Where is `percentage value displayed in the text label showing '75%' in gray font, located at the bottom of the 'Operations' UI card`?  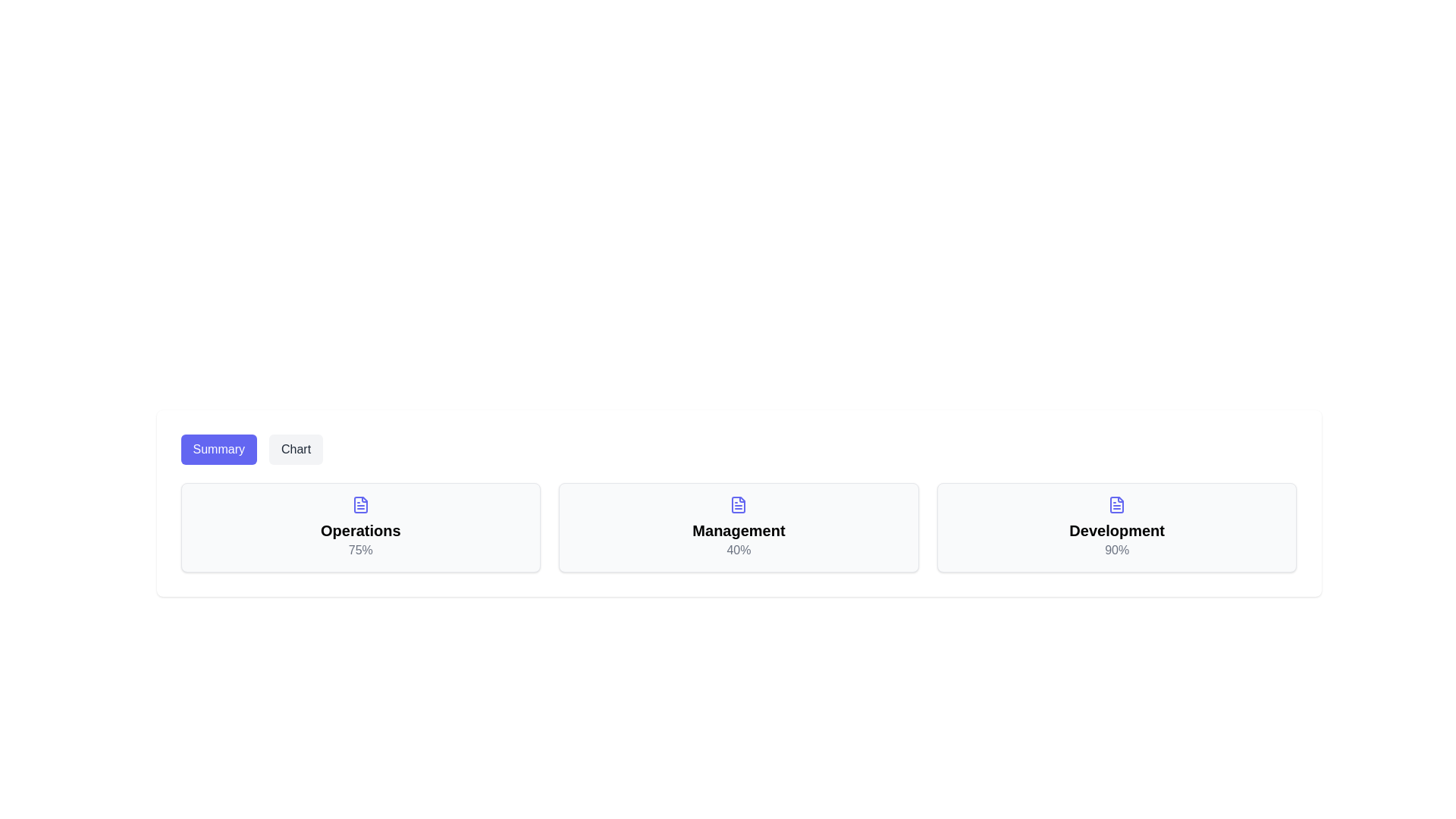
percentage value displayed in the text label showing '75%' in gray font, located at the bottom of the 'Operations' UI card is located at coordinates (359, 550).